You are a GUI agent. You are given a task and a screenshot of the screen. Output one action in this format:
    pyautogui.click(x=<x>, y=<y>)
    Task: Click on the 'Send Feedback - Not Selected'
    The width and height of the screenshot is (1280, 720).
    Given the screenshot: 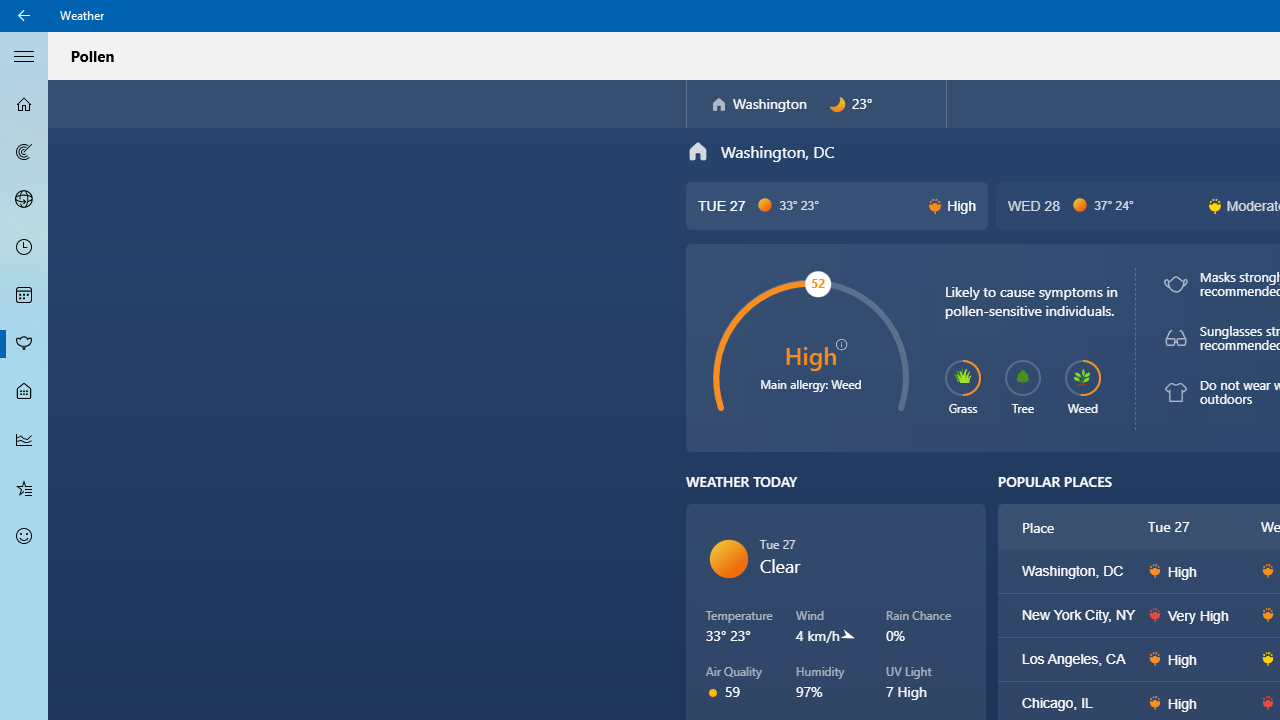 What is the action you would take?
    pyautogui.click(x=24, y=535)
    